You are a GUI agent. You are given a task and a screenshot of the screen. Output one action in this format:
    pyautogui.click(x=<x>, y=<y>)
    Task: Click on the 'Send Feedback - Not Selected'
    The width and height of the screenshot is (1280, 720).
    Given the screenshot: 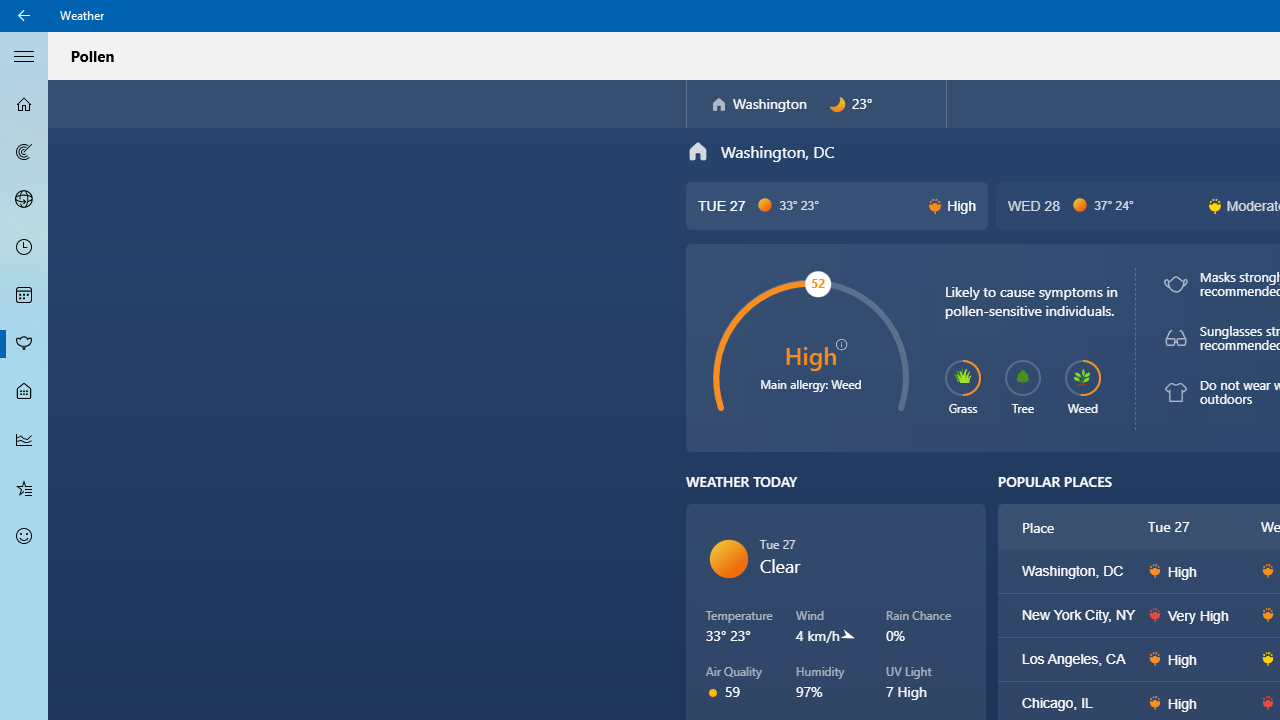 What is the action you would take?
    pyautogui.click(x=24, y=535)
    